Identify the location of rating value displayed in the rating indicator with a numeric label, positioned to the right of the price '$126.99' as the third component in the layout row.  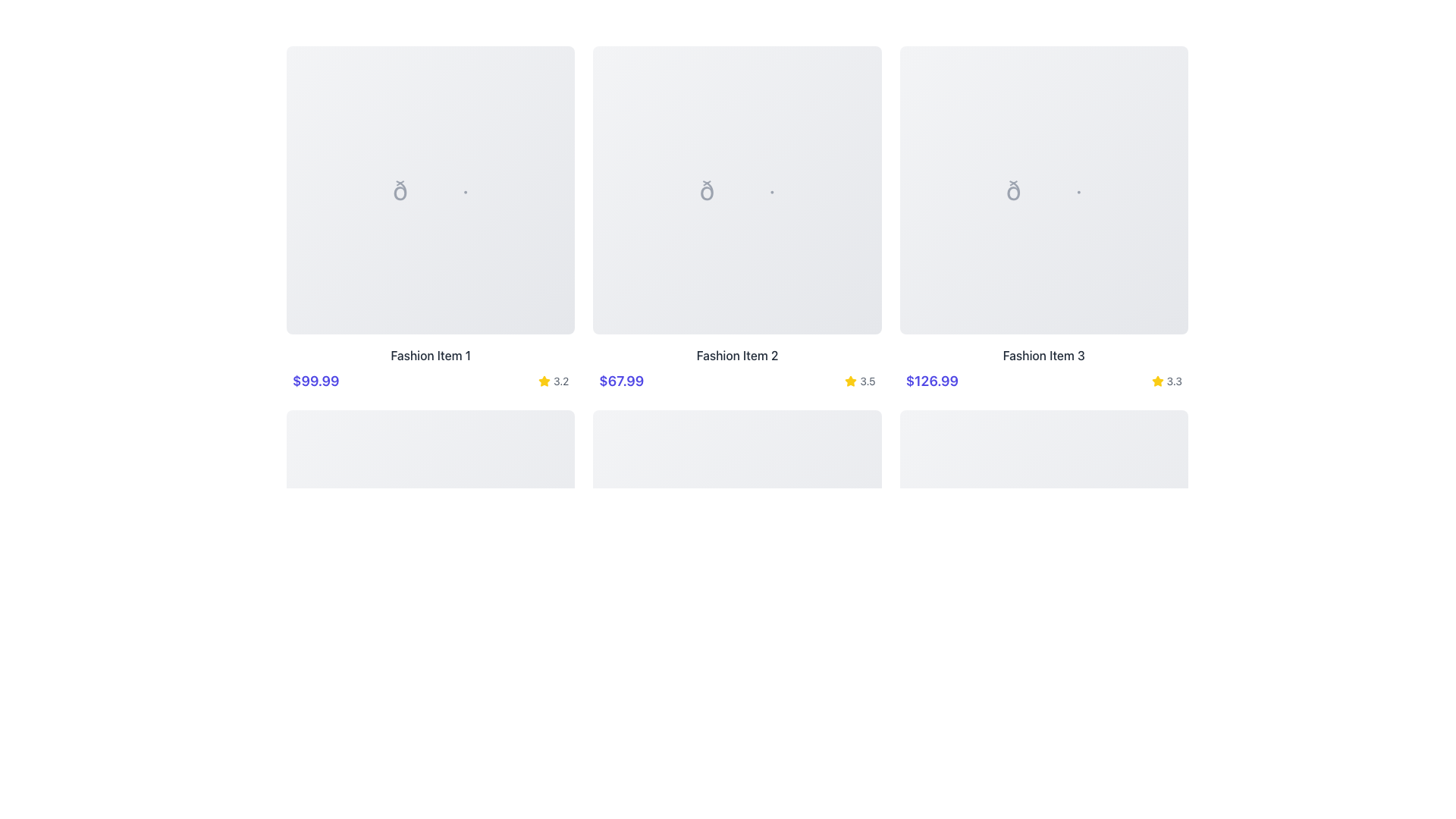
(1166, 381).